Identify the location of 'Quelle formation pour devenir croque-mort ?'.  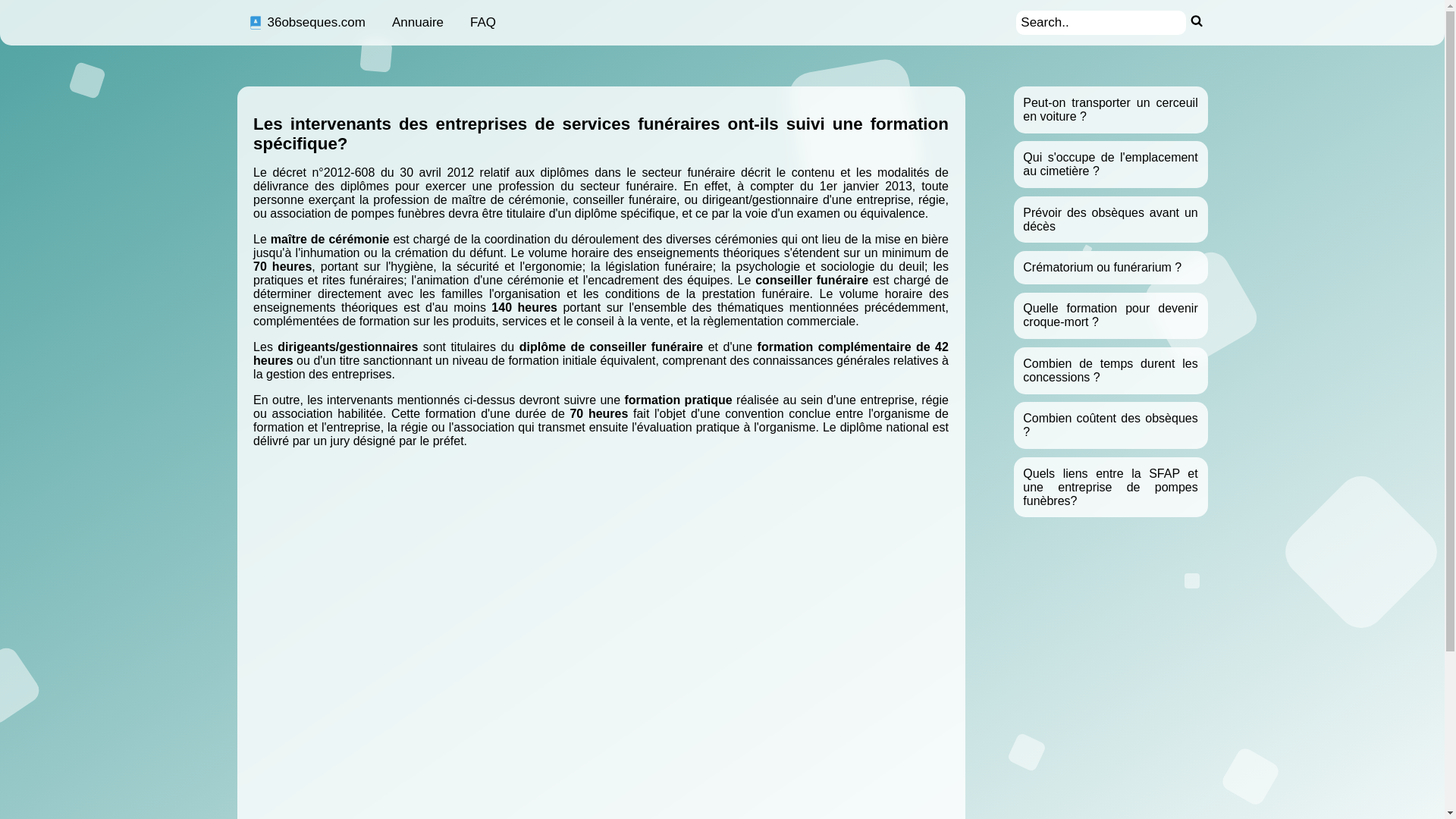
(1110, 314).